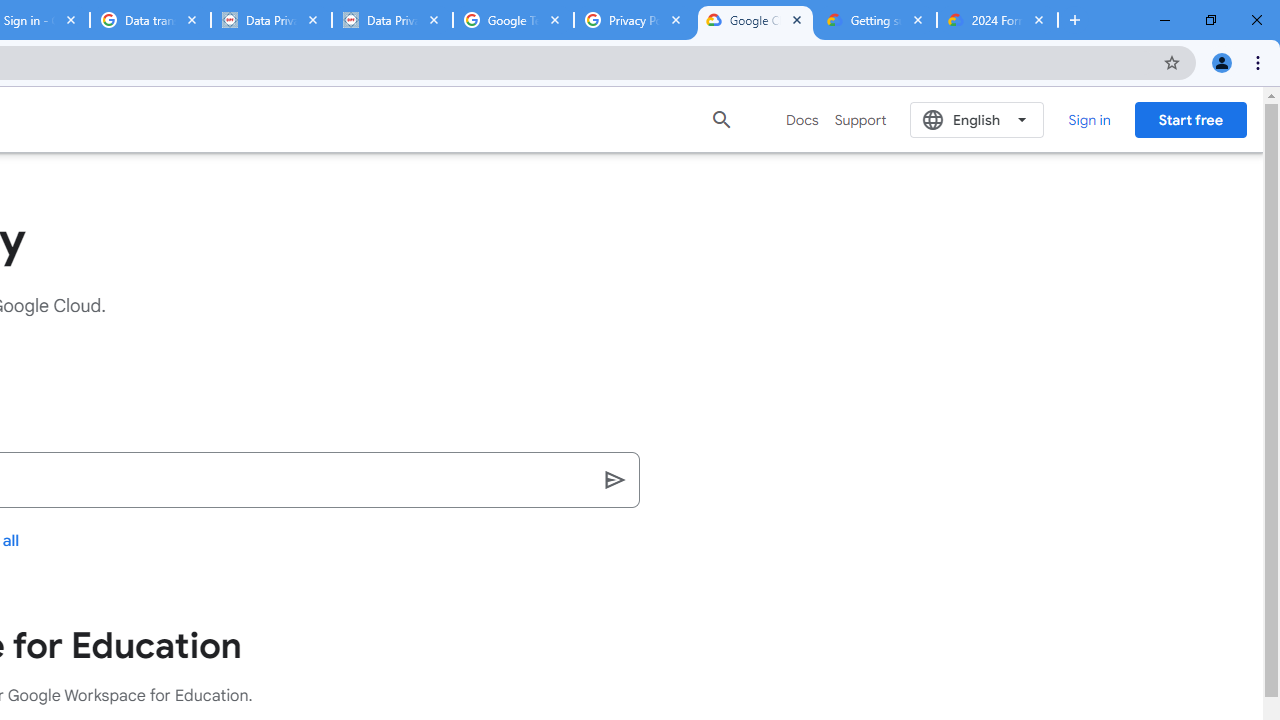 The height and width of the screenshot is (720, 1280). What do you see at coordinates (270, 20) in the screenshot?
I see `'Data Privacy Framework'` at bounding box center [270, 20].